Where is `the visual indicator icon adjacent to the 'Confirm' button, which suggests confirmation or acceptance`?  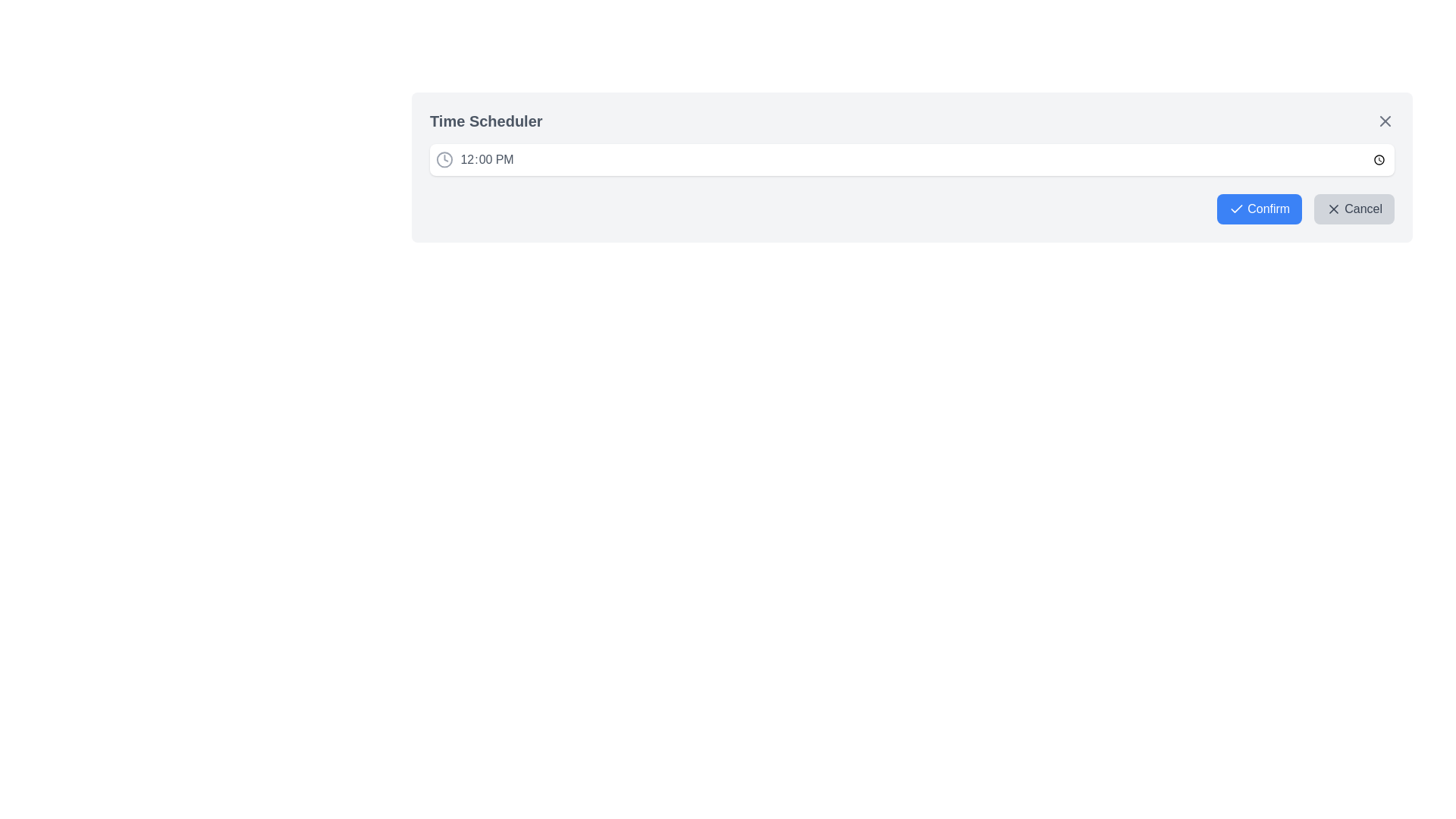
the visual indicator icon adjacent to the 'Confirm' button, which suggests confirmation or acceptance is located at coordinates (1237, 209).